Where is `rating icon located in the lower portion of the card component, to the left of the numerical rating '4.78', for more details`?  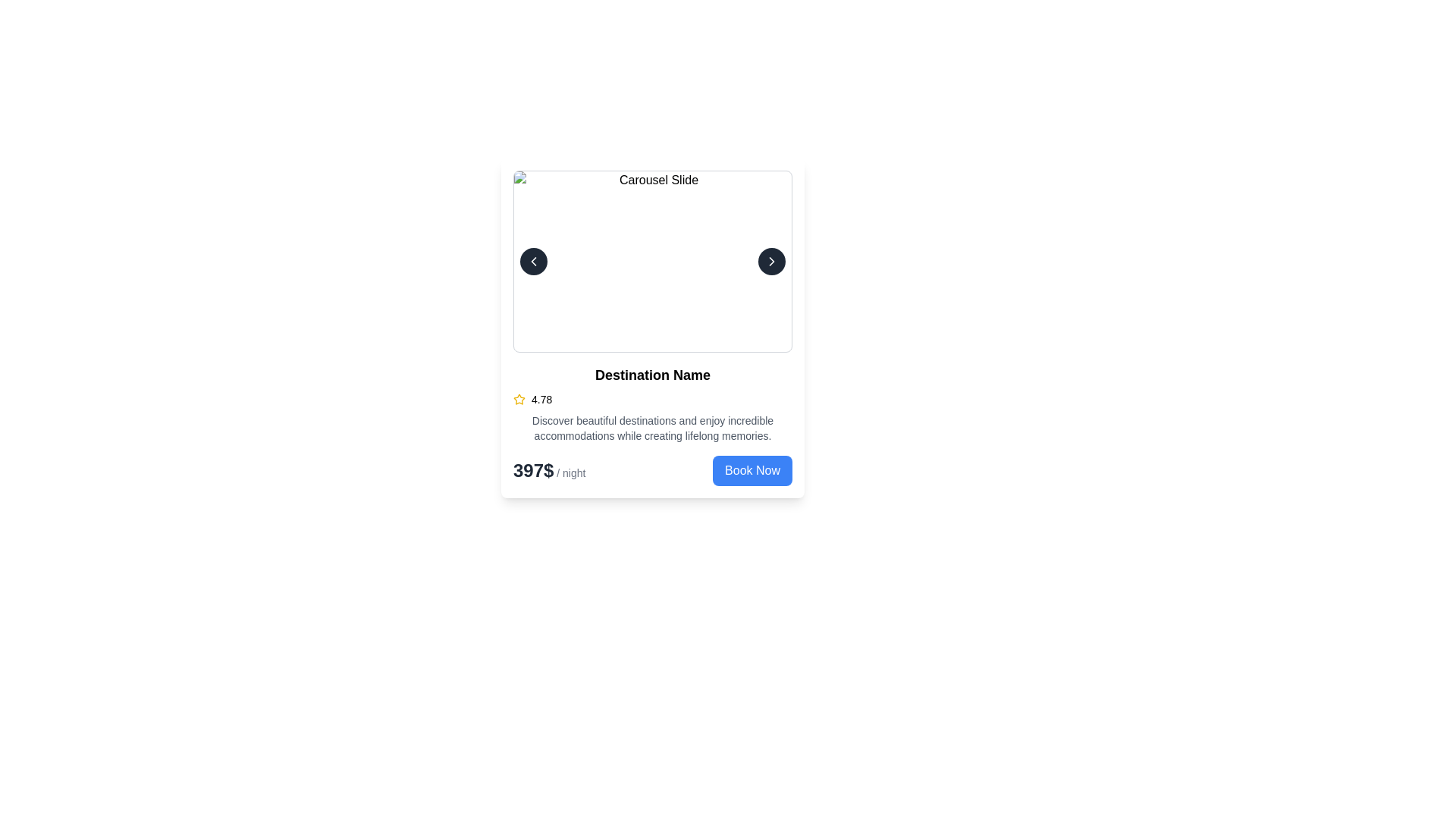
rating icon located in the lower portion of the card component, to the left of the numerical rating '4.78', for more details is located at coordinates (519, 398).